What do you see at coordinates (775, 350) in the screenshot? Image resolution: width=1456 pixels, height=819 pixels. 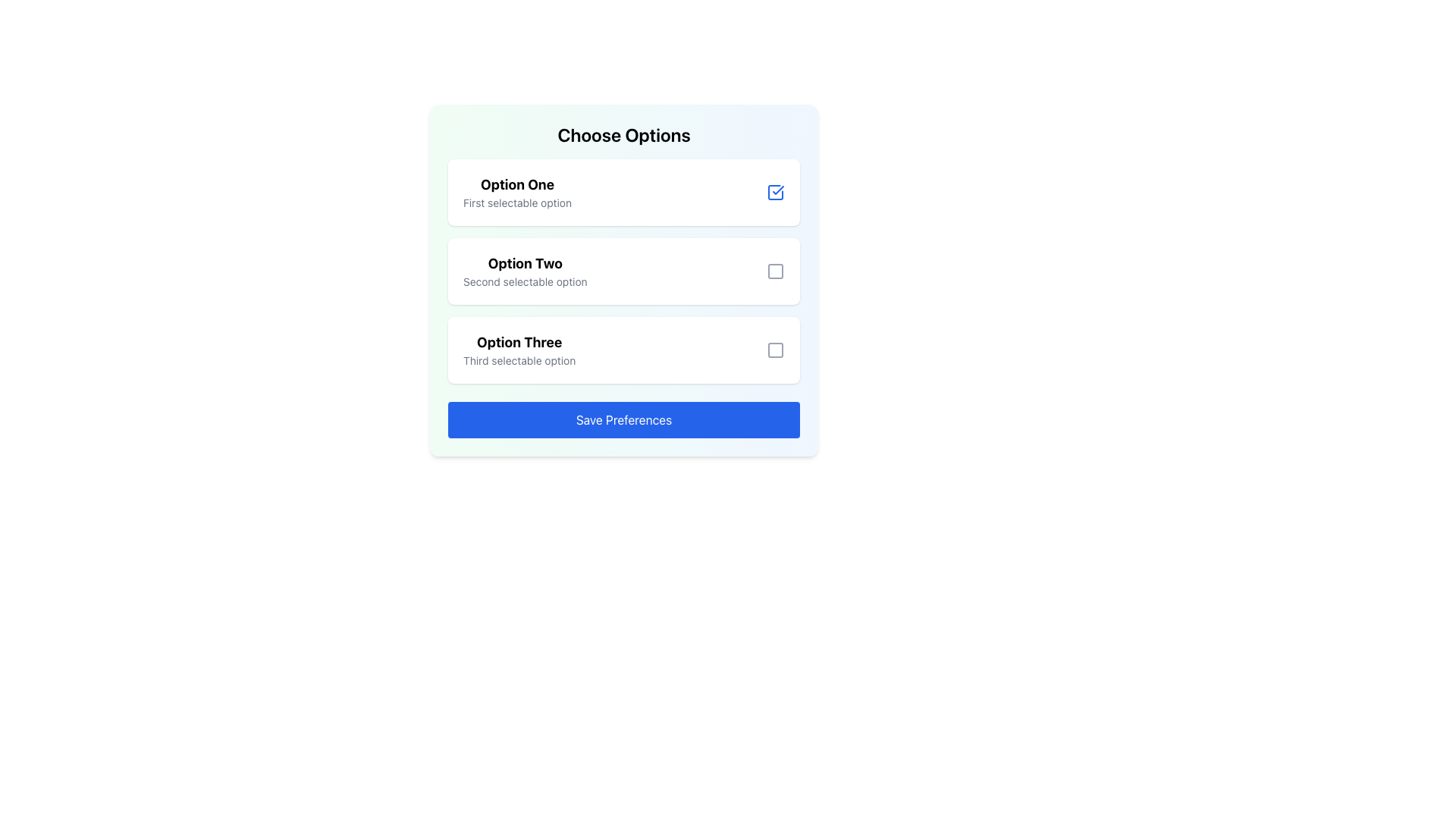 I see `the Checkbox-like icon located on the far-right side of the 'Option Three' selection, which serves as a visual indication related to that option` at bounding box center [775, 350].